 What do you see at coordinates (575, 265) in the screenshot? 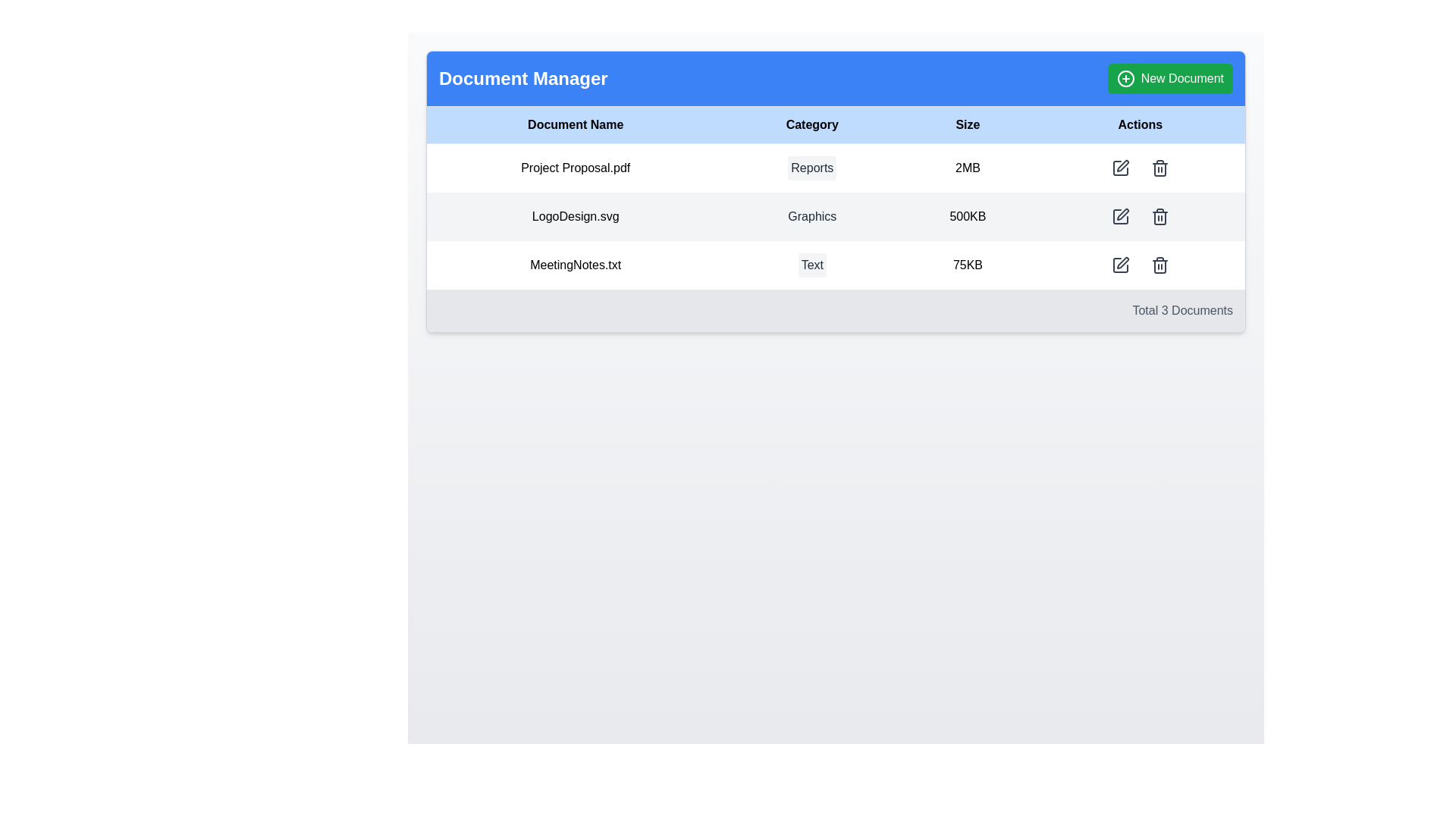
I see `the text label displaying 'MeetingNotes.txt' which is located in the third row of the table under the 'Document Name' column` at bounding box center [575, 265].